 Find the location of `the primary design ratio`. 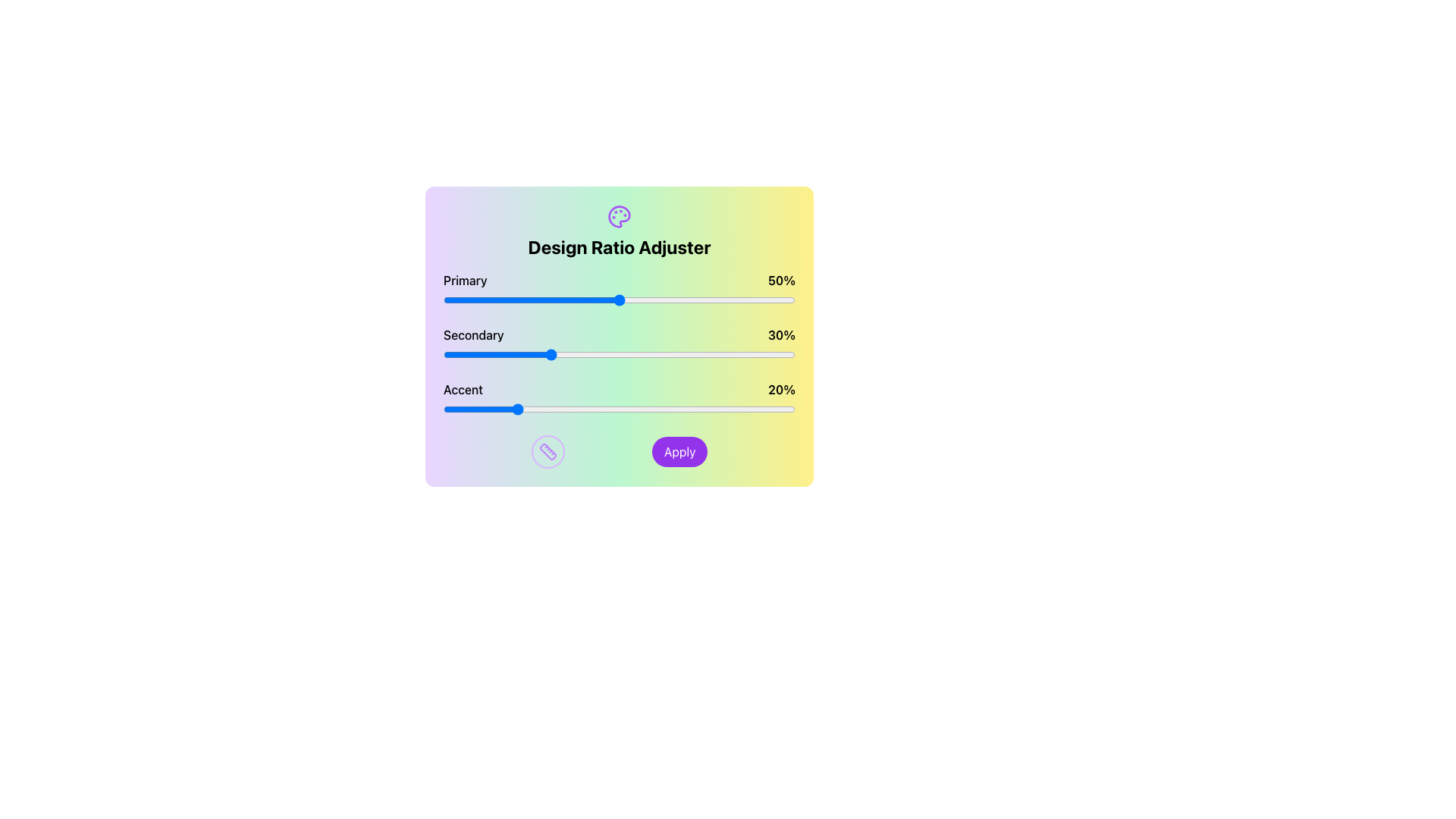

the primary design ratio is located at coordinates (626, 300).